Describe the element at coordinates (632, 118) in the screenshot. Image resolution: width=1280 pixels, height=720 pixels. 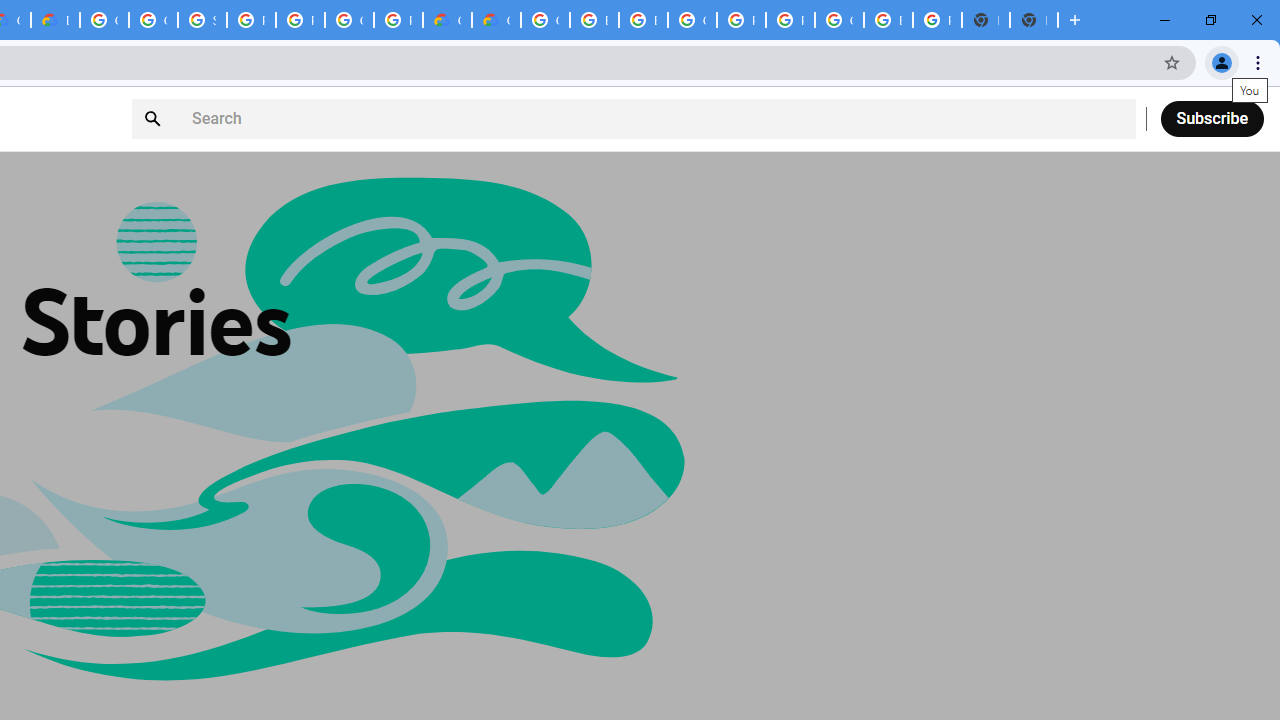
I see `'AutomationID: search_bar_input_header'` at that location.